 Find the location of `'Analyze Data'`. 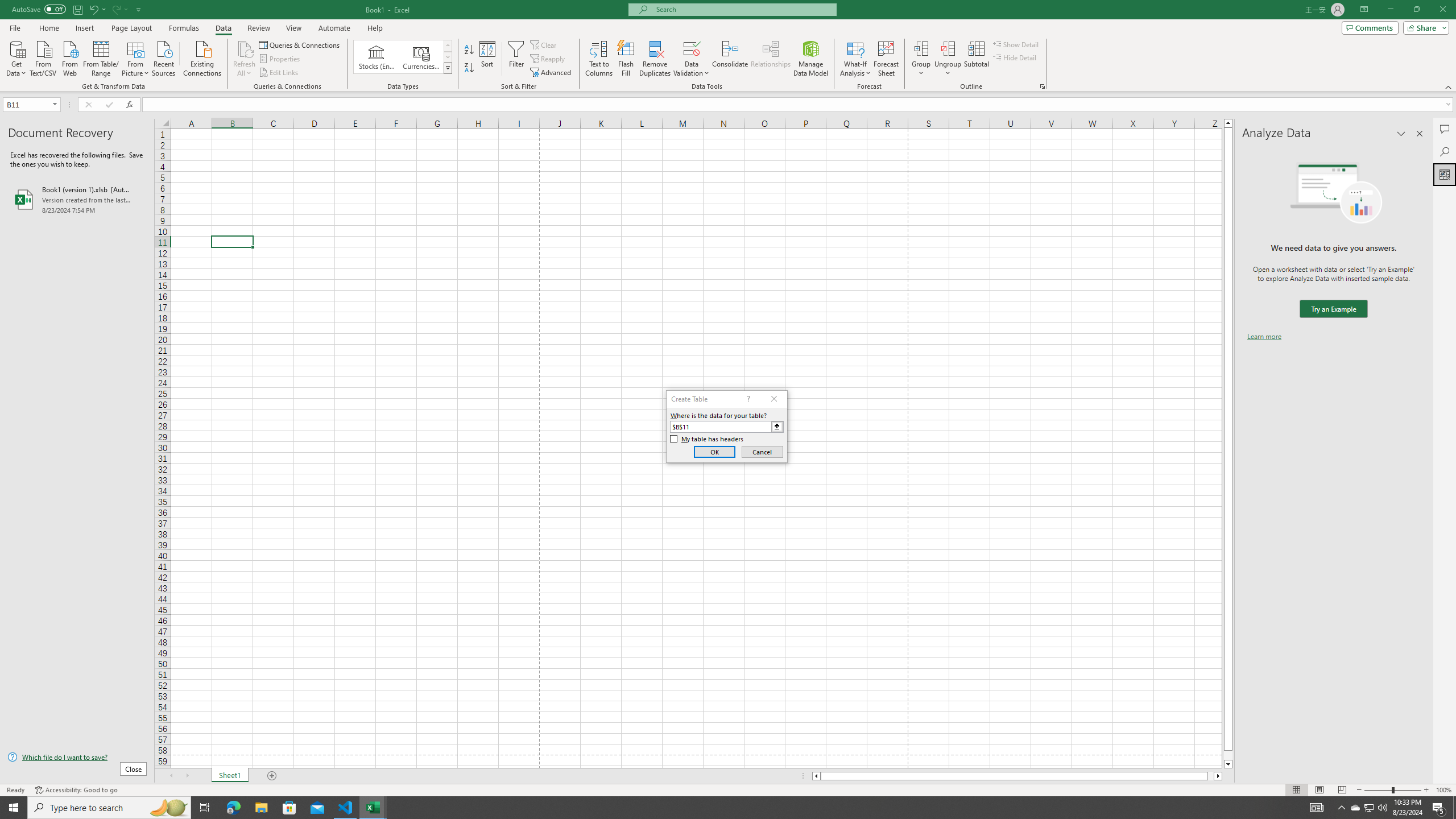

'Analyze Data' is located at coordinates (1444, 174).